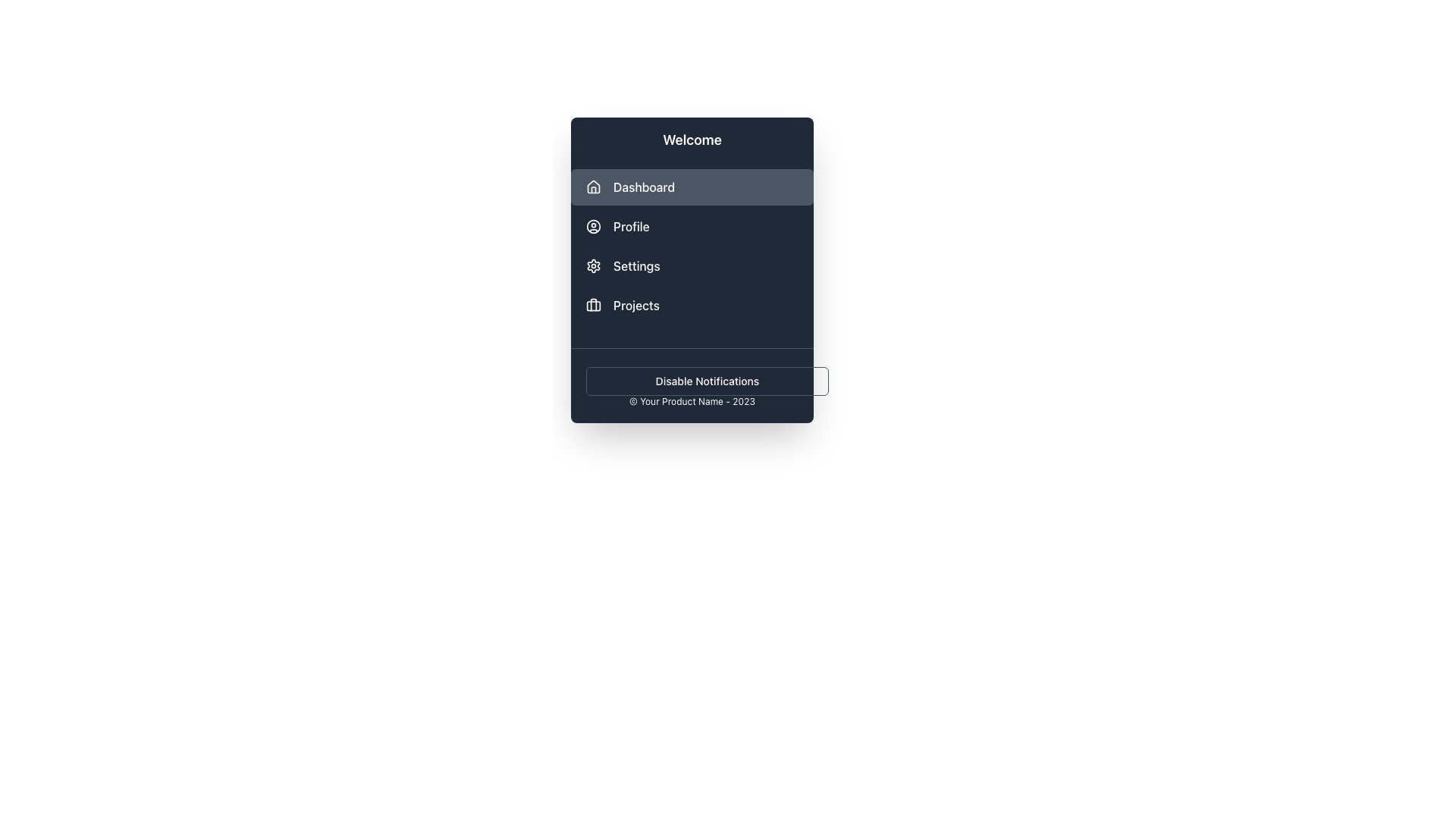 This screenshot has height=819, width=1456. Describe the element at coordinates (636, 305) in the screenshot. I see `the 'Projects' text label located in the sidebar menu, which is styled with a medium-weight font and positioned next to a briefcase icon` at that location.